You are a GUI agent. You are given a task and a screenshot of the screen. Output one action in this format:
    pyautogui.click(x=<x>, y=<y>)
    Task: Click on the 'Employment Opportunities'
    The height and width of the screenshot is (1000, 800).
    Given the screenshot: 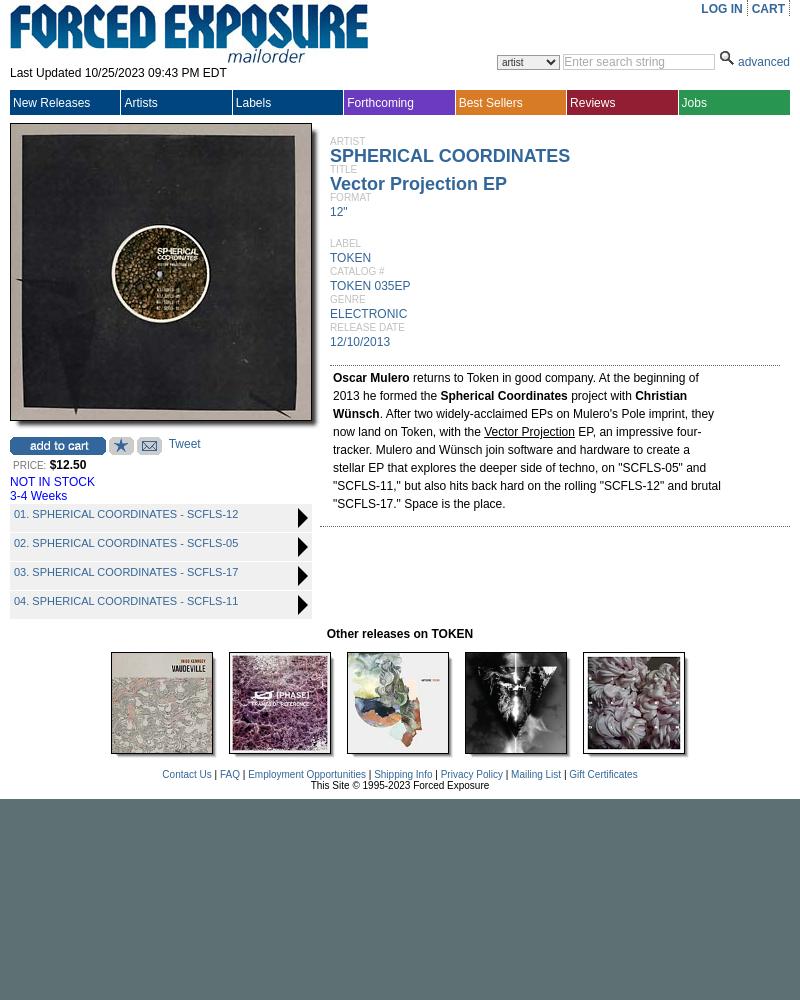 What is the action you would take?
    pyautogui.click(x=305, y=774)
    